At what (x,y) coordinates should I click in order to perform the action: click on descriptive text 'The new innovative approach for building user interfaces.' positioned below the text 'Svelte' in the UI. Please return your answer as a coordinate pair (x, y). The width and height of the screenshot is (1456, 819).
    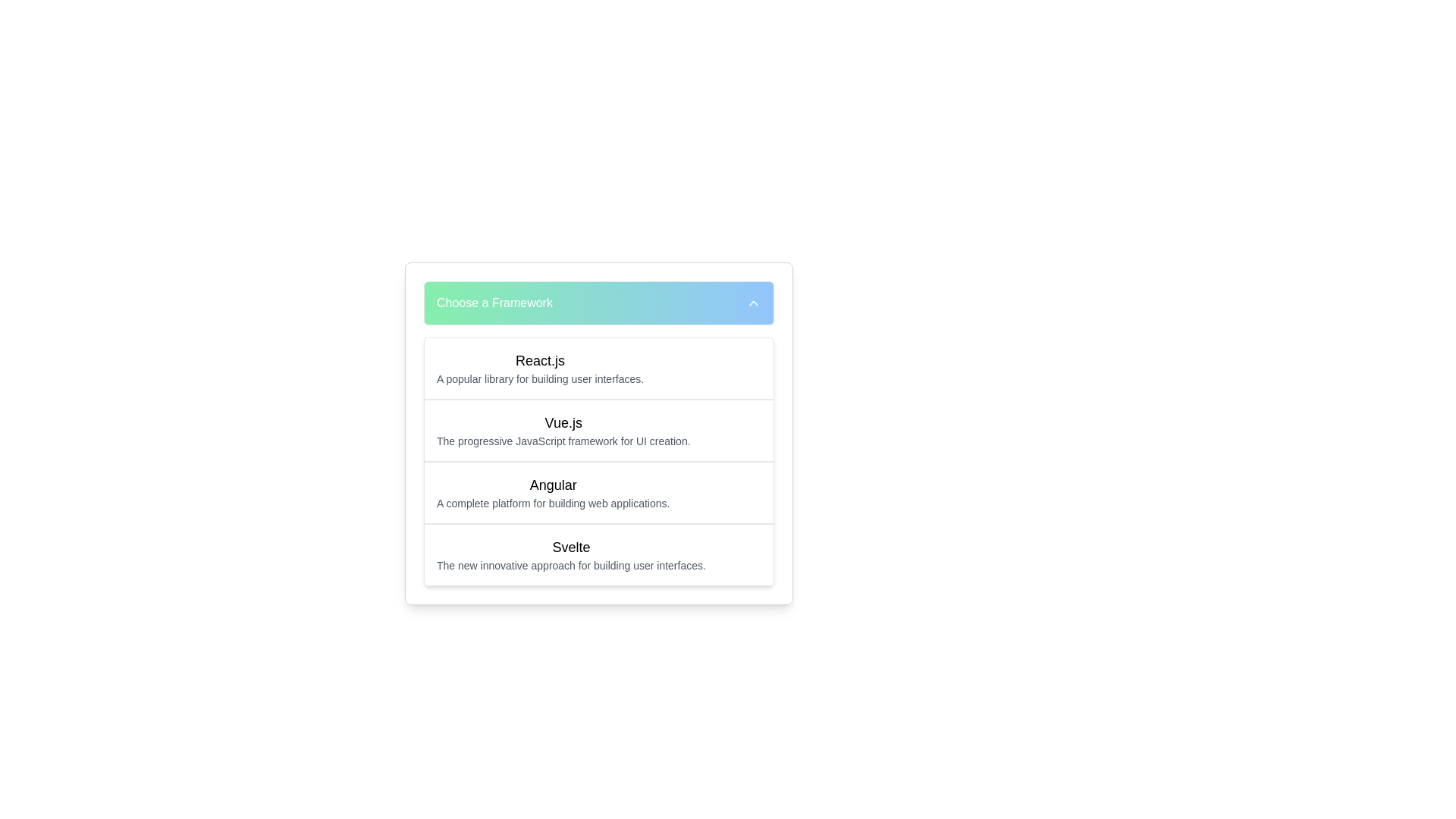
    Looking at the image, I should click on (570, 565).